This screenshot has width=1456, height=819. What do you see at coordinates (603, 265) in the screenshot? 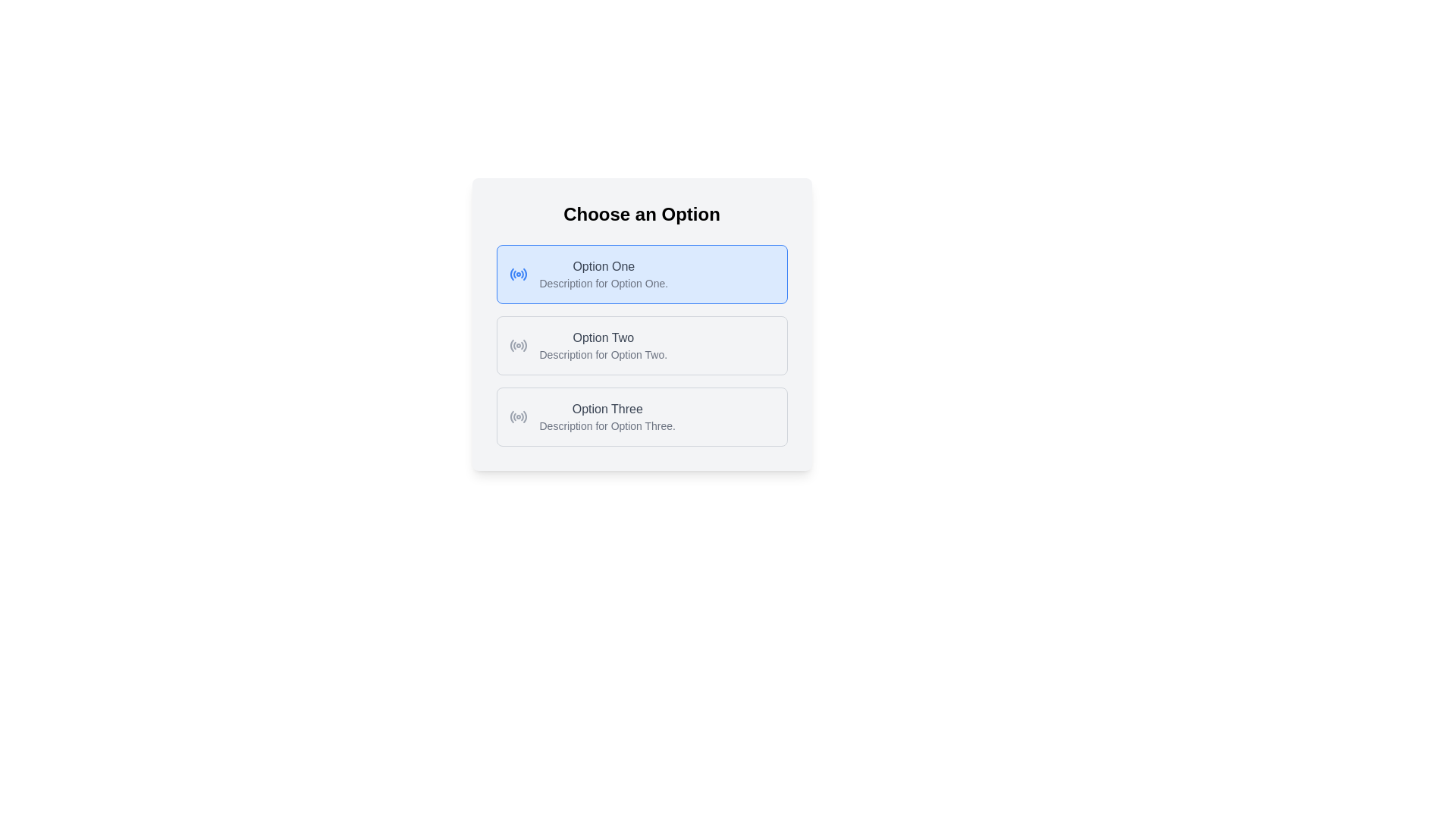
I see `the text label reading 'Option One', which is styled with medium-weight gray font and is the first option in a vertical list of choices` at bounding box center [603, 265].